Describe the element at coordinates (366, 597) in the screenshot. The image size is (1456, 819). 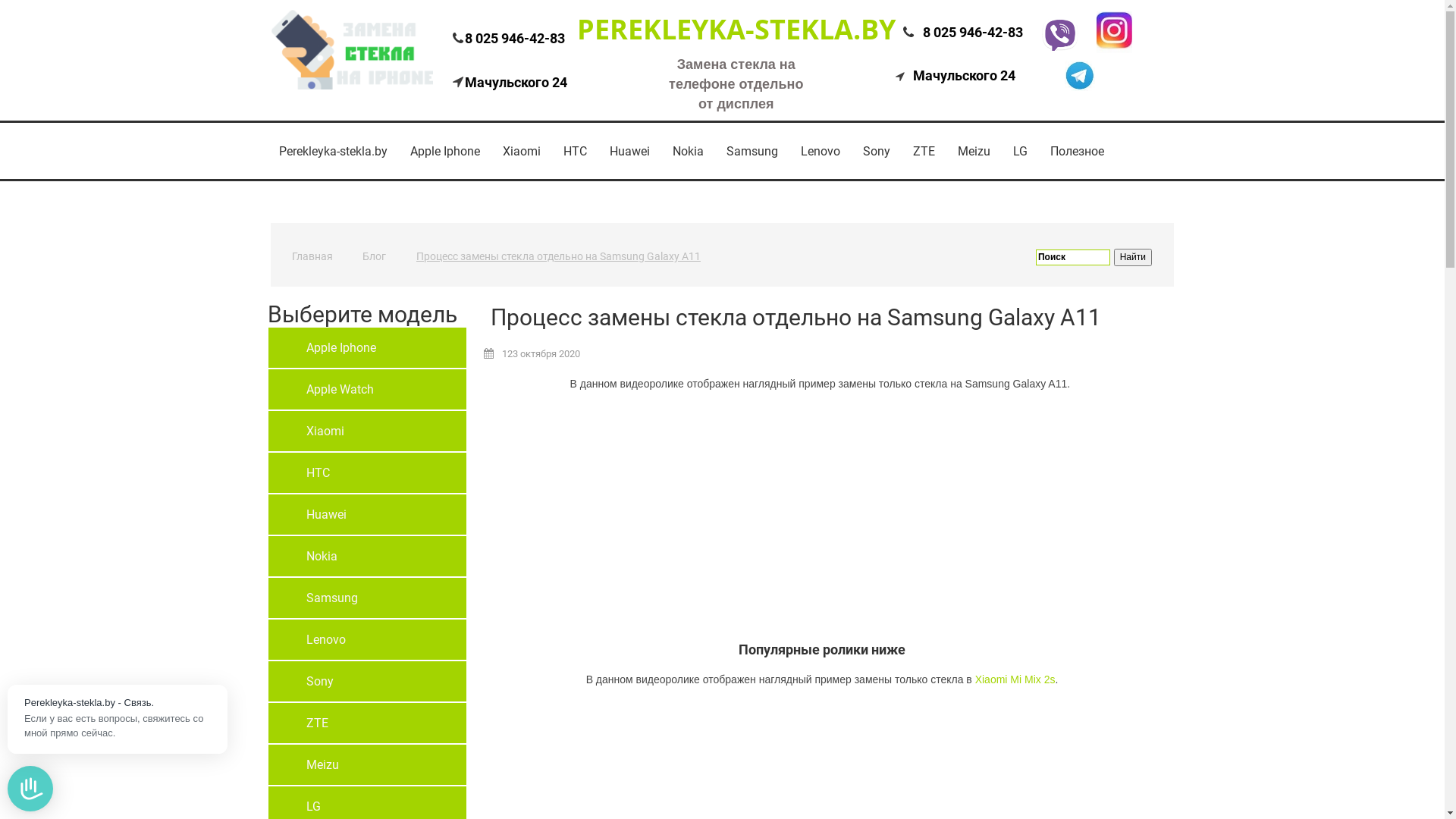
I see `'Samsung'` at that location.